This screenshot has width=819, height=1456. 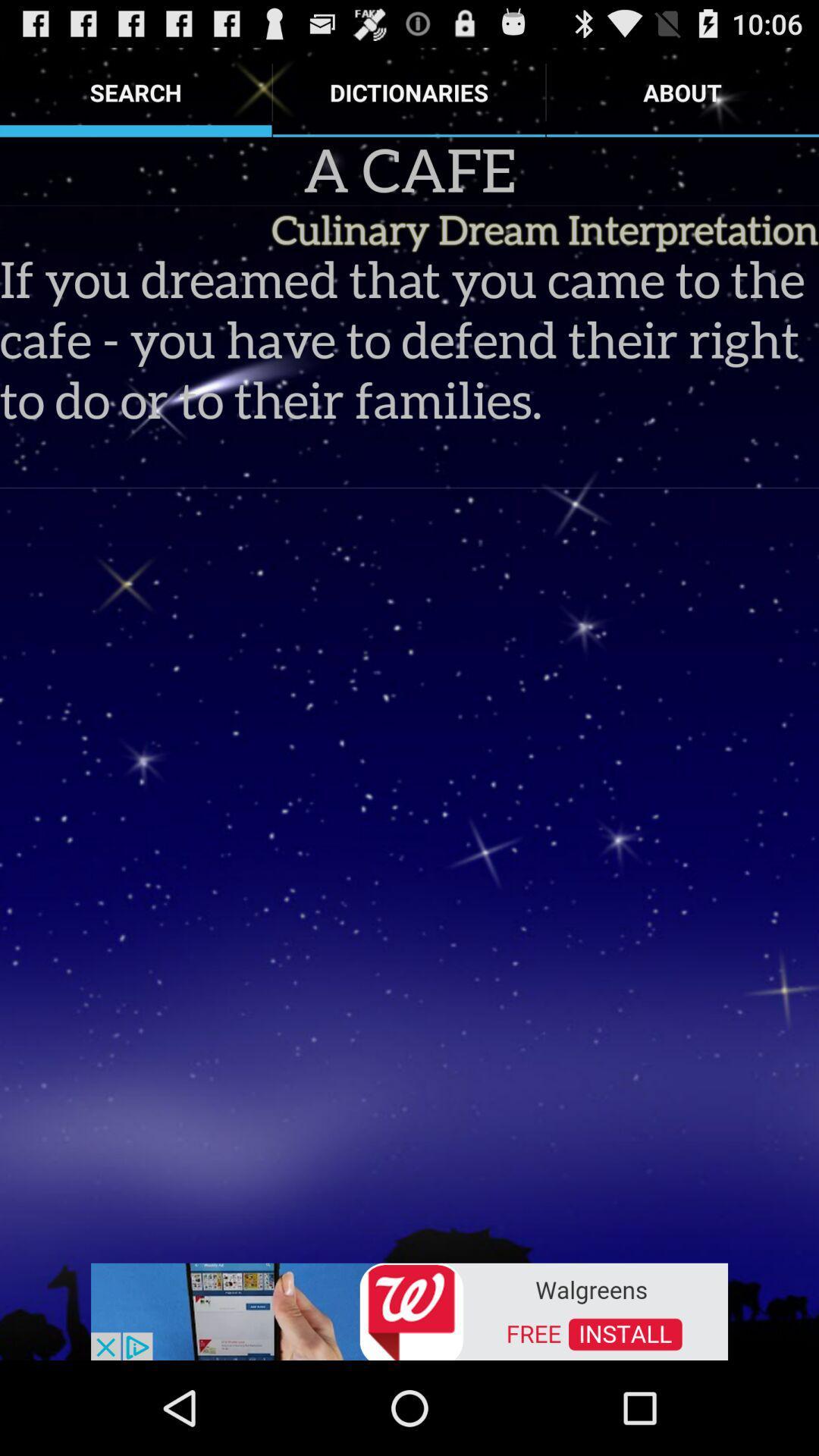 What do you see at coordinates (409, 1310) in the screenshot?
I see `follow the banner` at bounding box center [409, 1310].